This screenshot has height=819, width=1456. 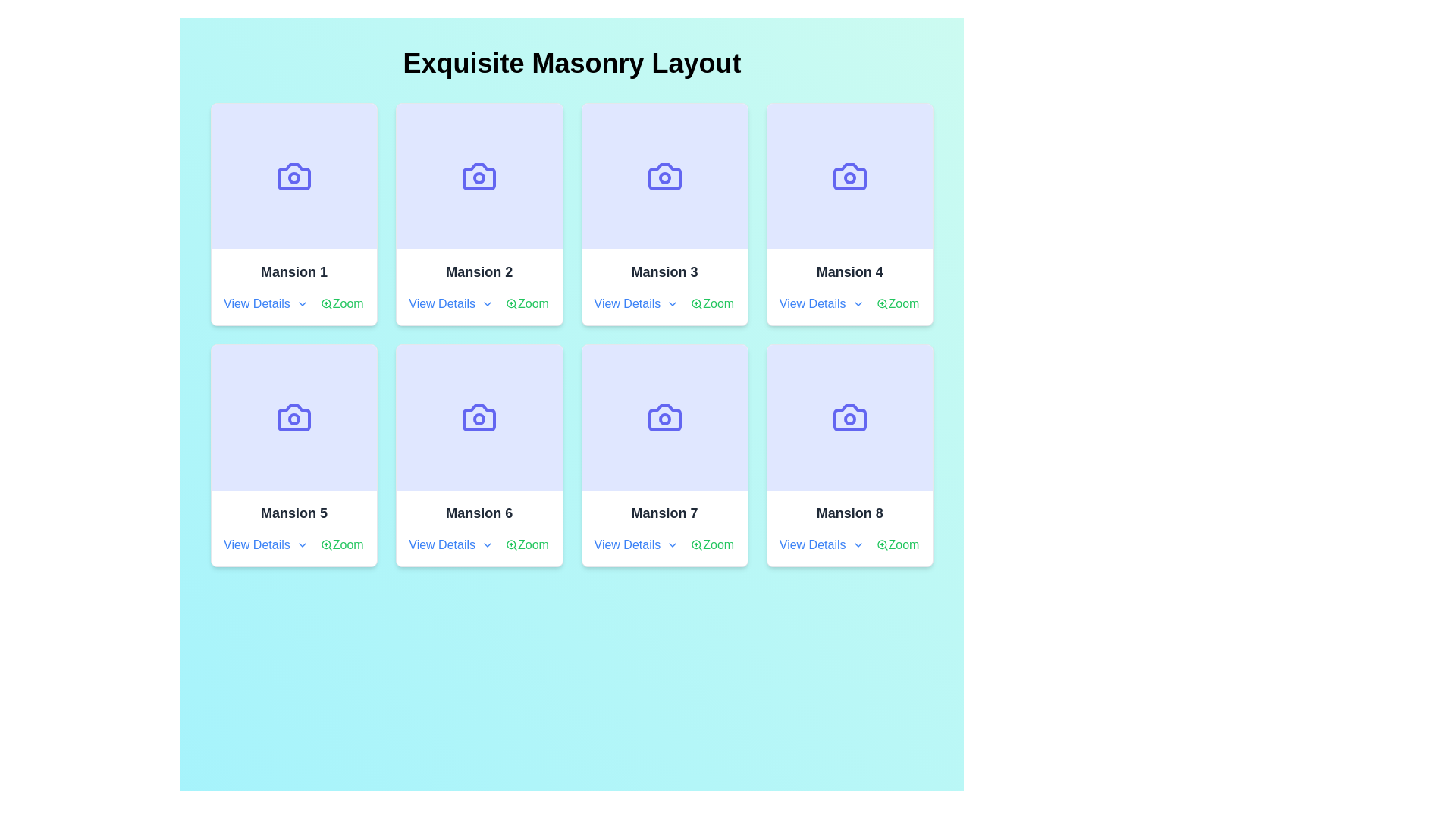 I want to click on the green magnifying glass icon with a plus sign inside it, located to the right of the text 'Zoom', so click(x=512, y=544).